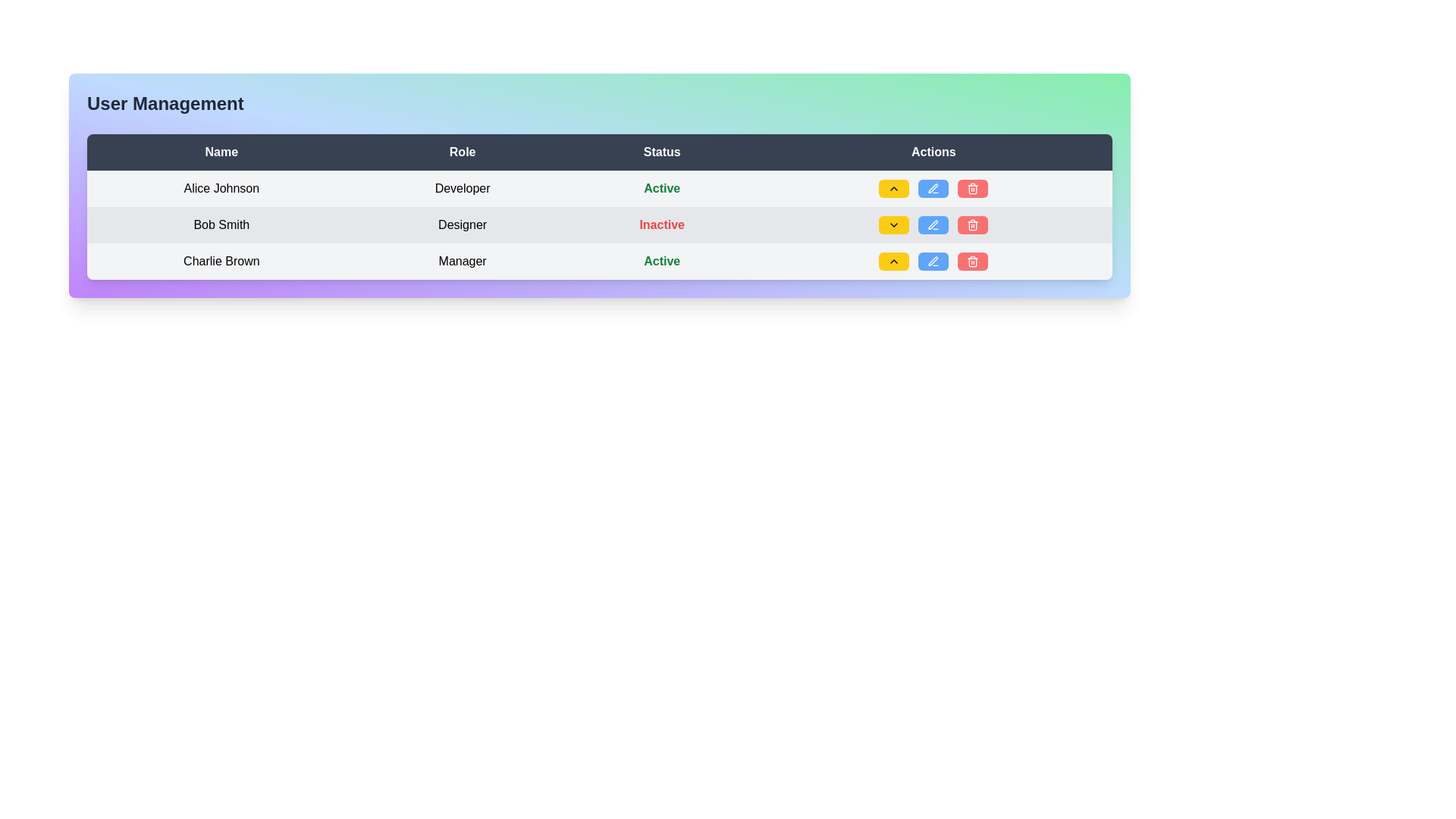 Image resolution: width=1456 pixels, height=819 pixels. I want to click on the Text Label displaying 'Alice Johnson' in the first row of the table under the 'Name' column, so click(221, 188).